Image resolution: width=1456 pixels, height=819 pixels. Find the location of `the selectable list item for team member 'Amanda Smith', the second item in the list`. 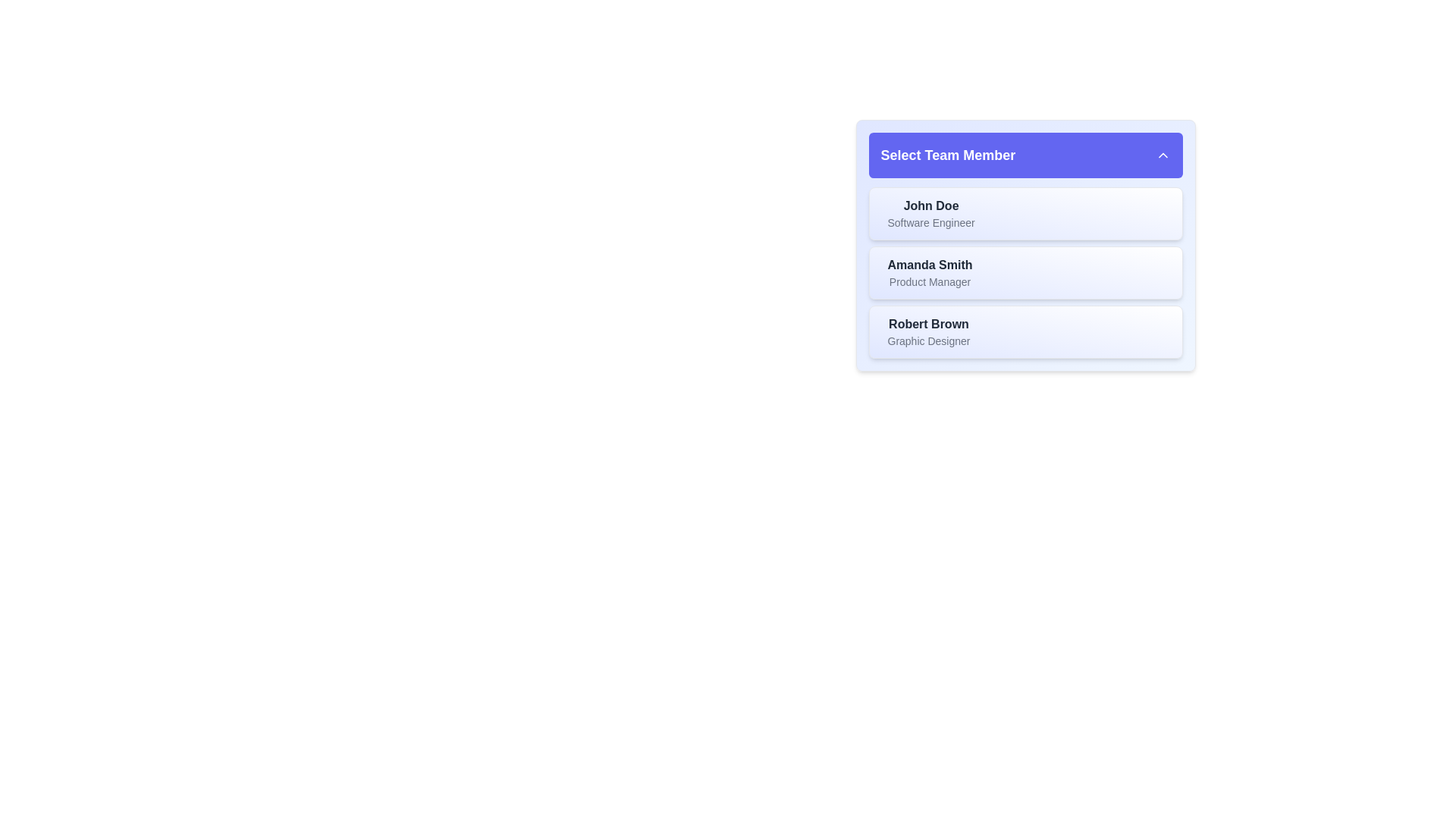

the selectable list item for team member 'Amanda Smith', the second item in the list is located at coordinates (1025, 245).